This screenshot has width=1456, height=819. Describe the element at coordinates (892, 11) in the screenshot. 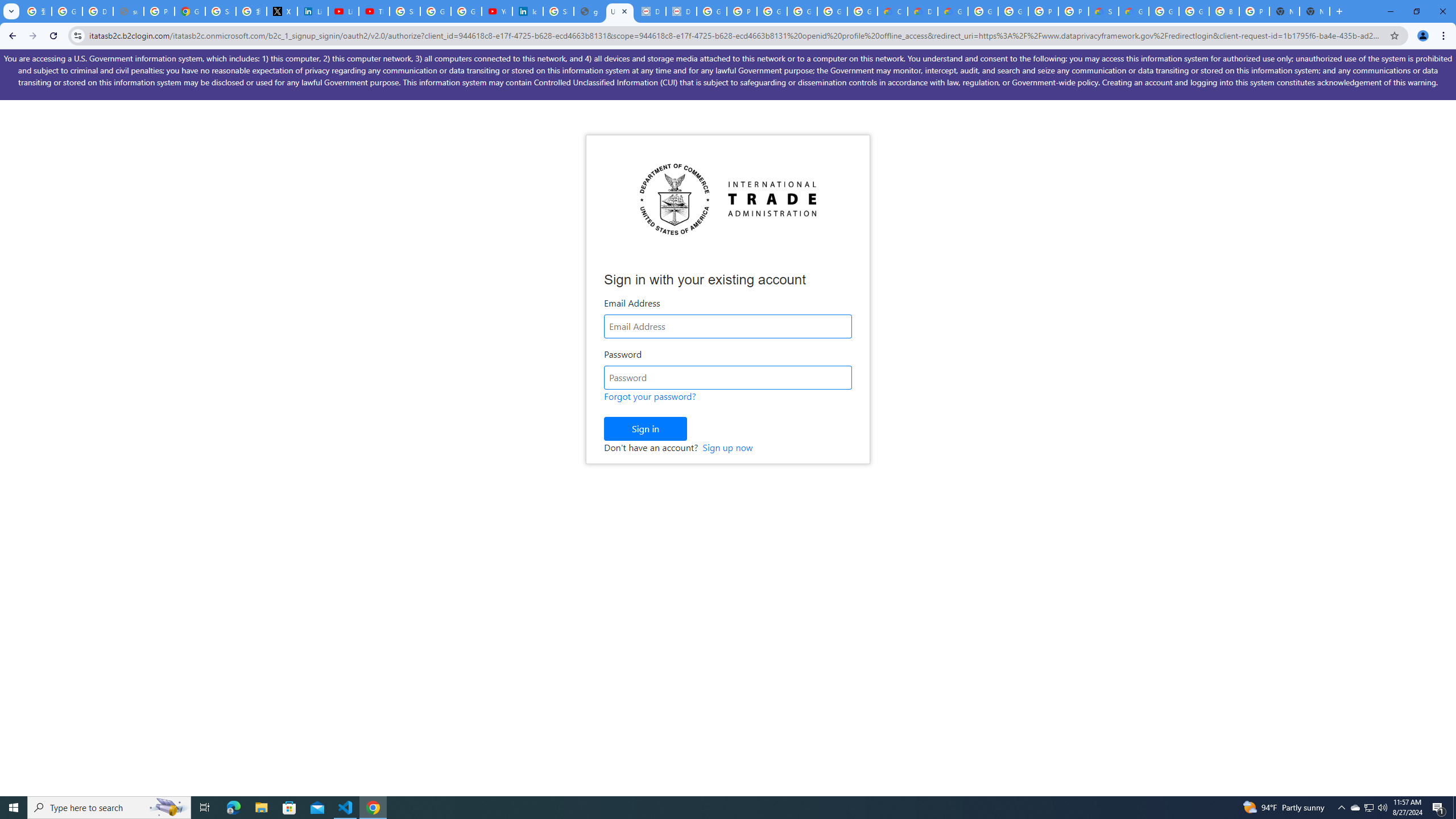

I see `'Customer Care | Google Cloud'` at that location.